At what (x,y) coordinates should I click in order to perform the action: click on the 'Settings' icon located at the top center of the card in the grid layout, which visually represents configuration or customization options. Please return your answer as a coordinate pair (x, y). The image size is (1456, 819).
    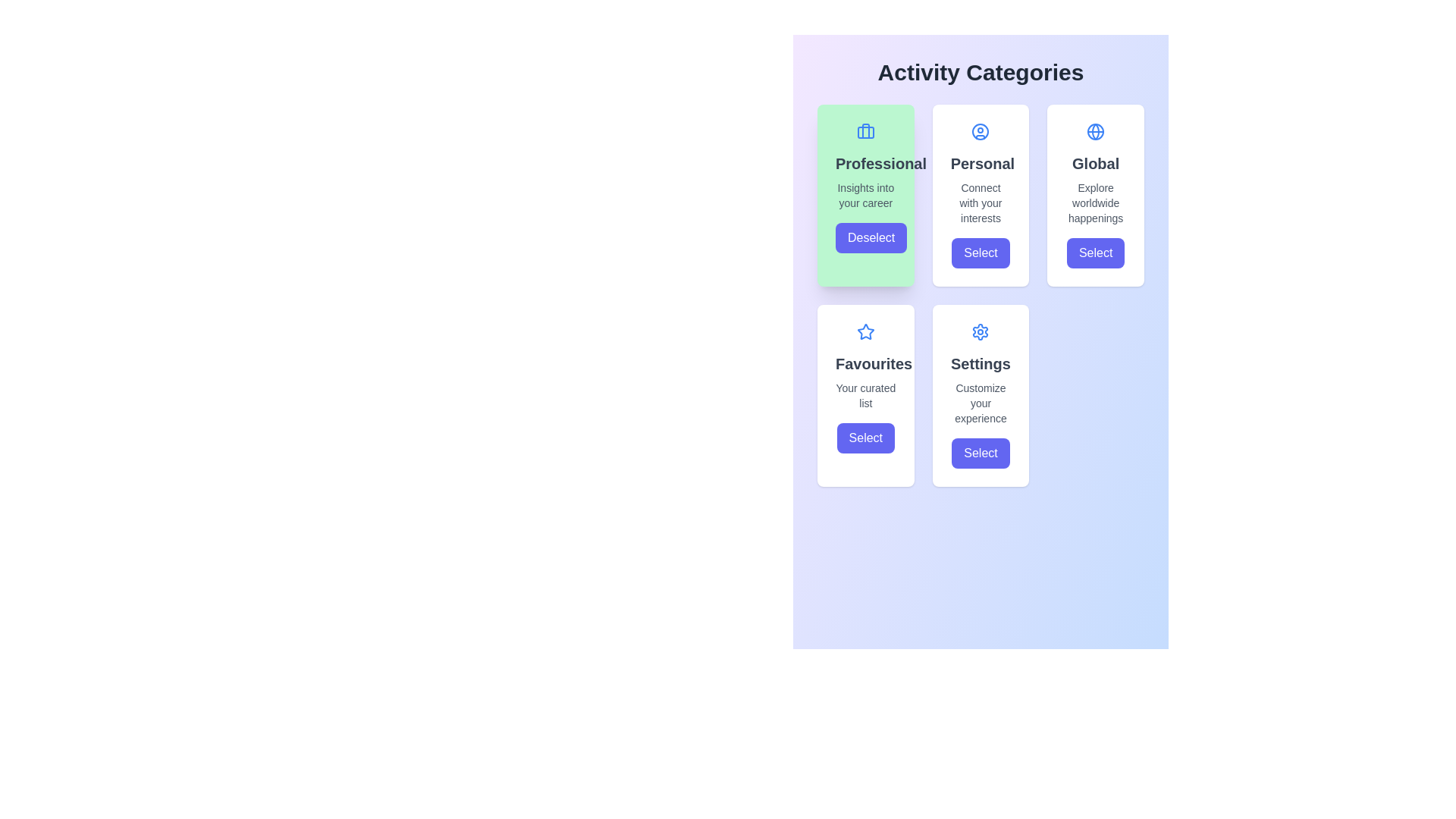
    Looking at the image, I should click on (981, 331).